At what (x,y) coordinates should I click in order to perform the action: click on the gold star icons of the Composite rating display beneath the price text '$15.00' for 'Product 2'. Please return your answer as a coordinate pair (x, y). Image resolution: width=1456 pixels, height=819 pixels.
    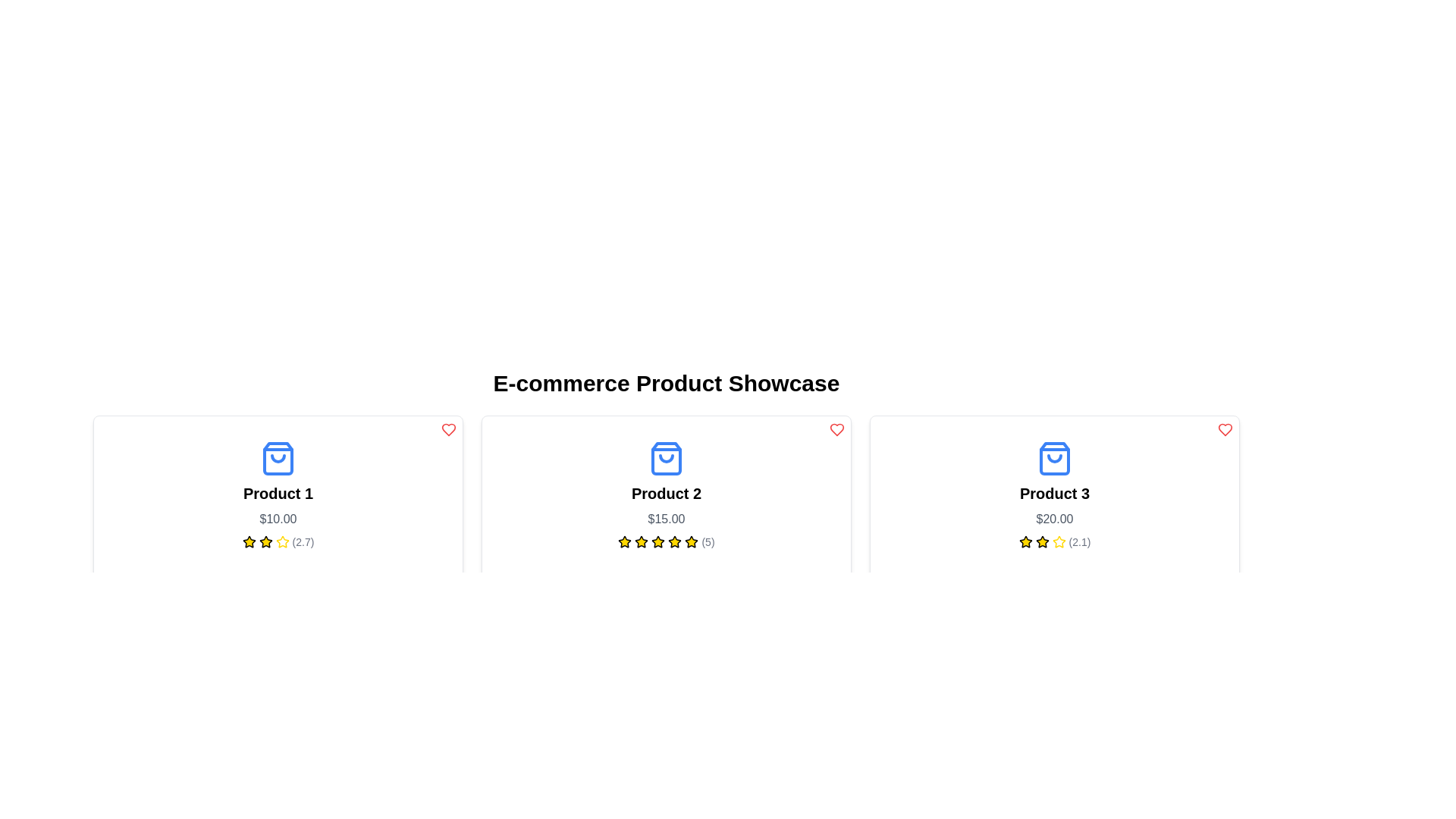
    Looking at the image, I should click on (666, 541).